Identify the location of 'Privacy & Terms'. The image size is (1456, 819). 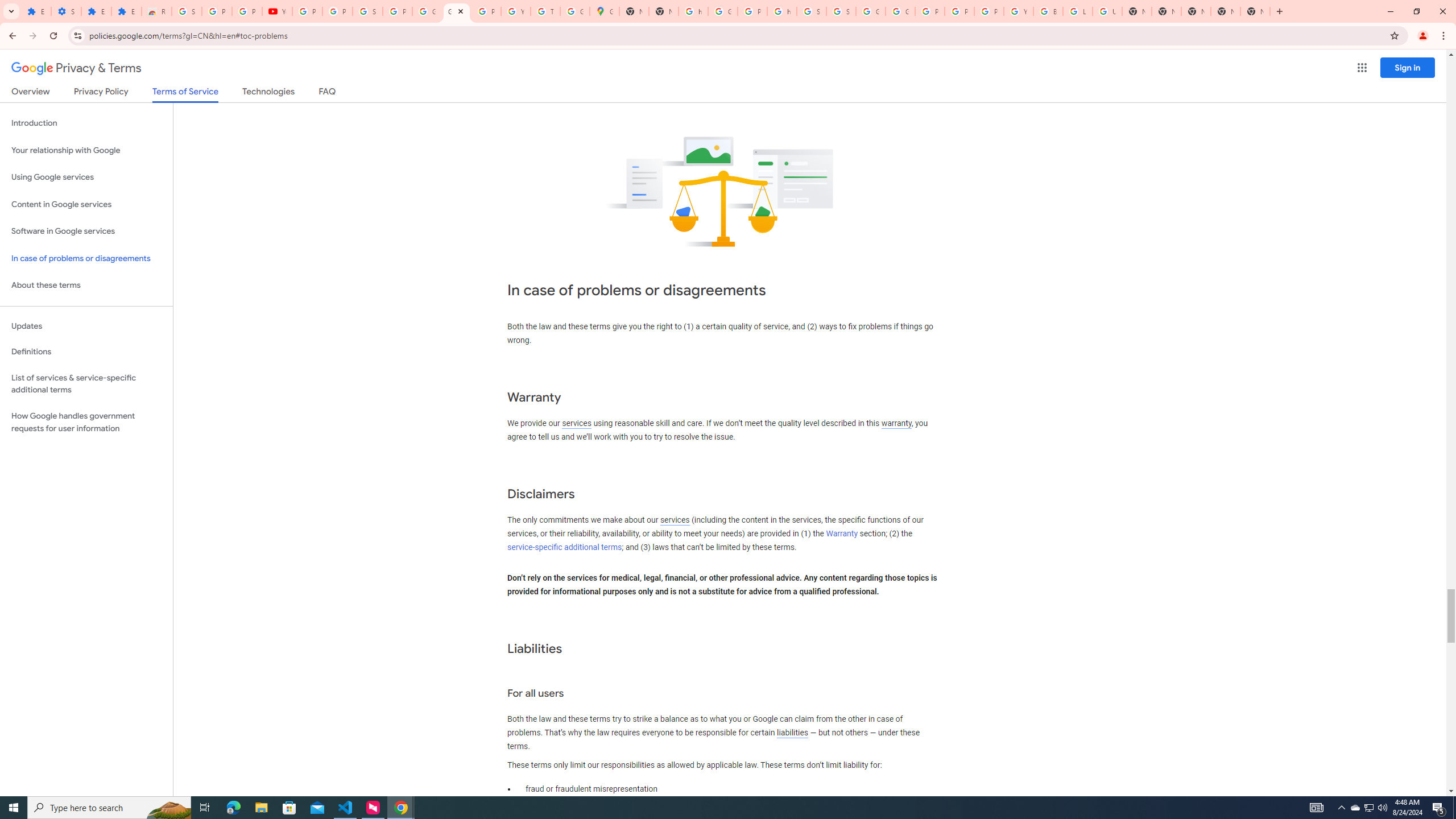
(76, 68).